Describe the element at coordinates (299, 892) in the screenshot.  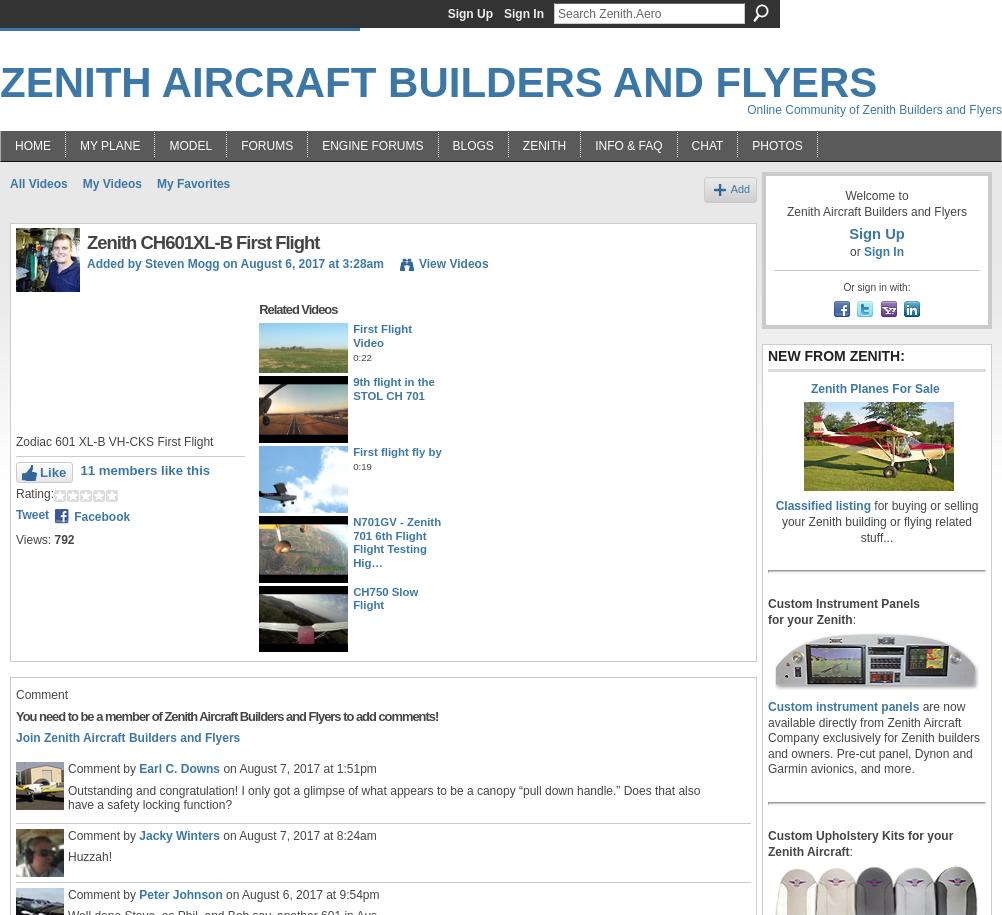
I see `'on August 6, 2017 at 9:54pm'` at that location.